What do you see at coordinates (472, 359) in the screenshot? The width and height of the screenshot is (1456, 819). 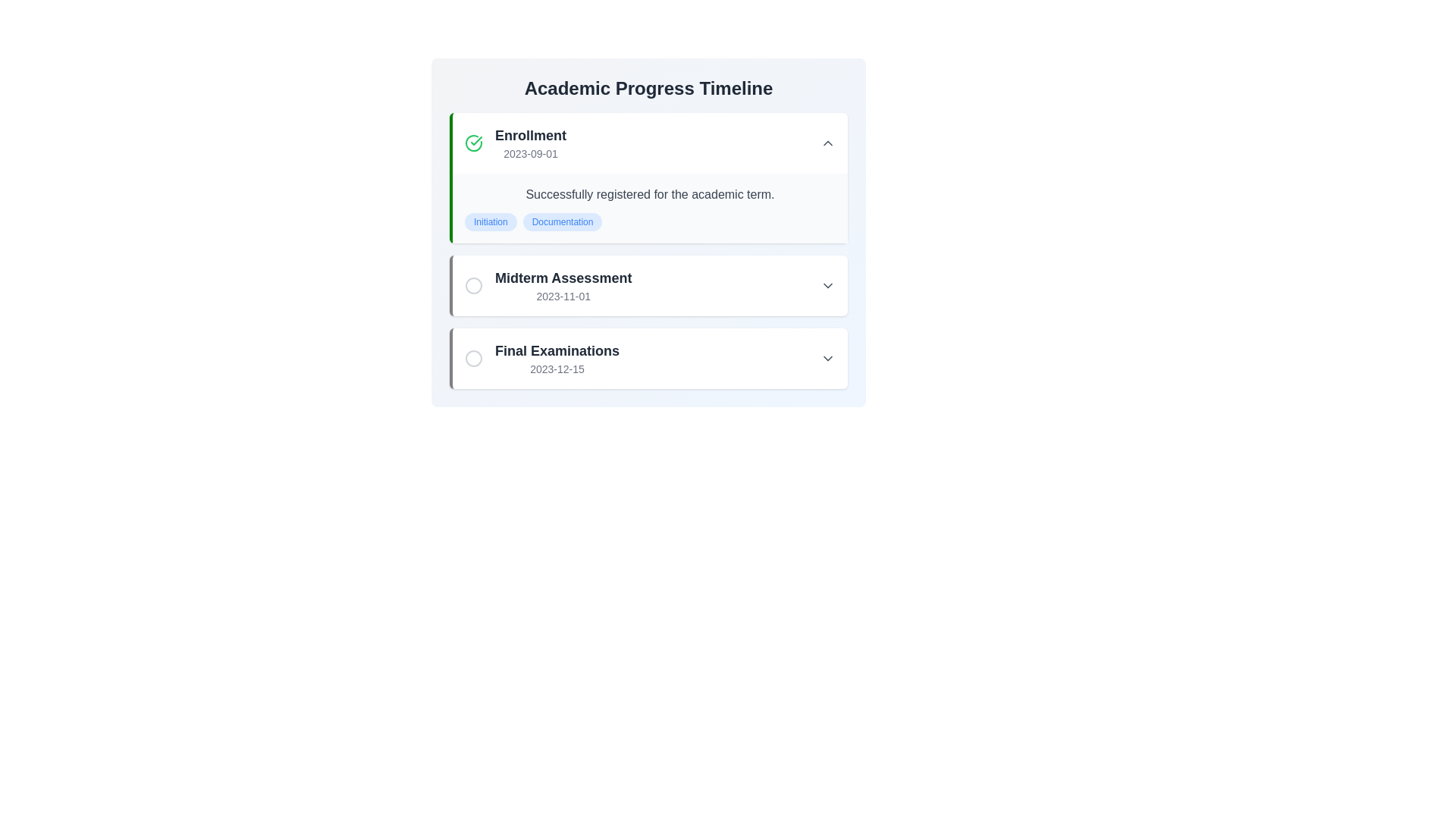 I see `the status icon indicating an unchecked or incomplete state within the academic progress timeline for 'Final Examinations', located to the left of the corresponding text` at bounding box center [472, 359].